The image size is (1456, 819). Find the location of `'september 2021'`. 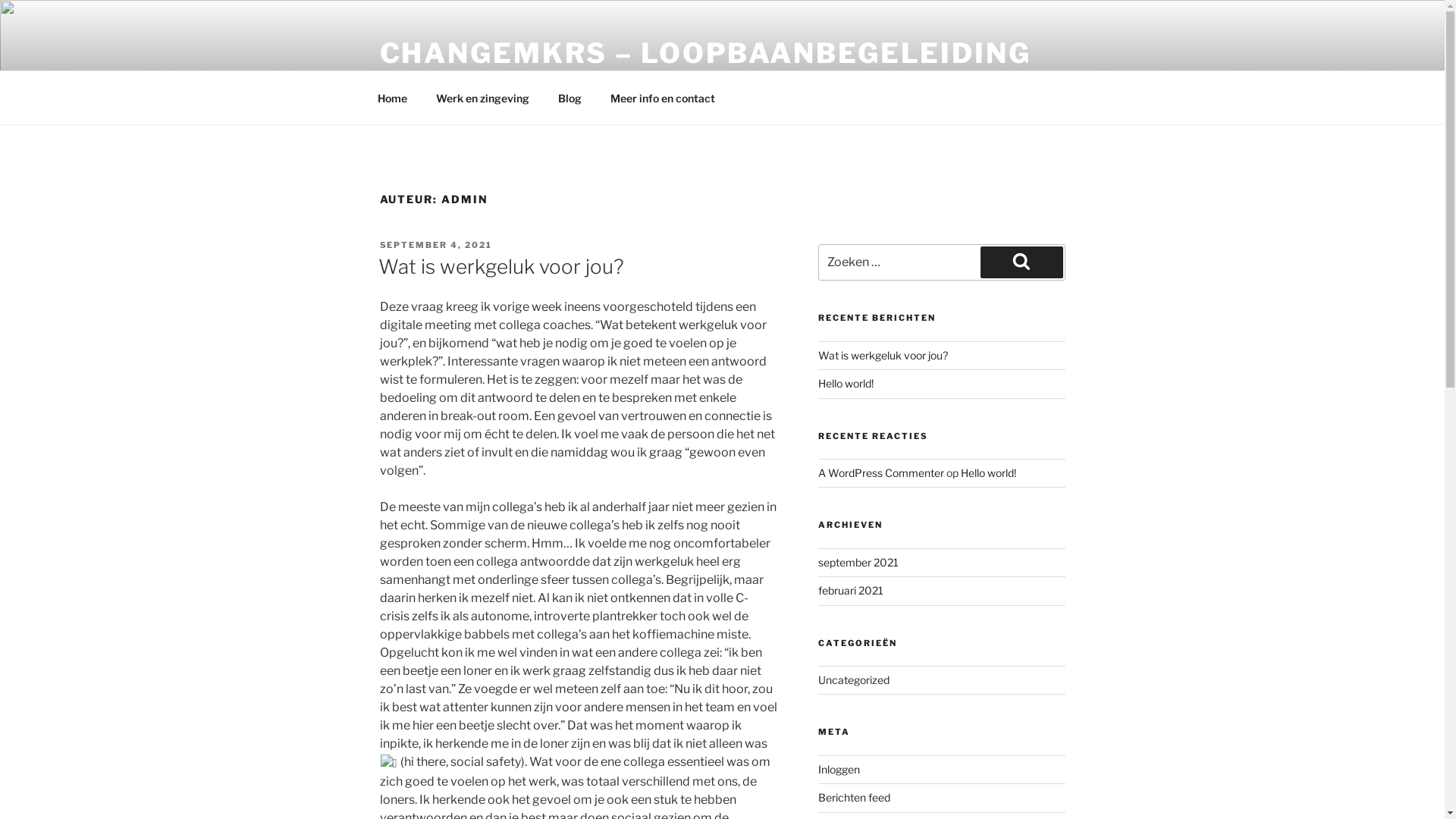

'september 2021' is located at coordinates (858, 562).